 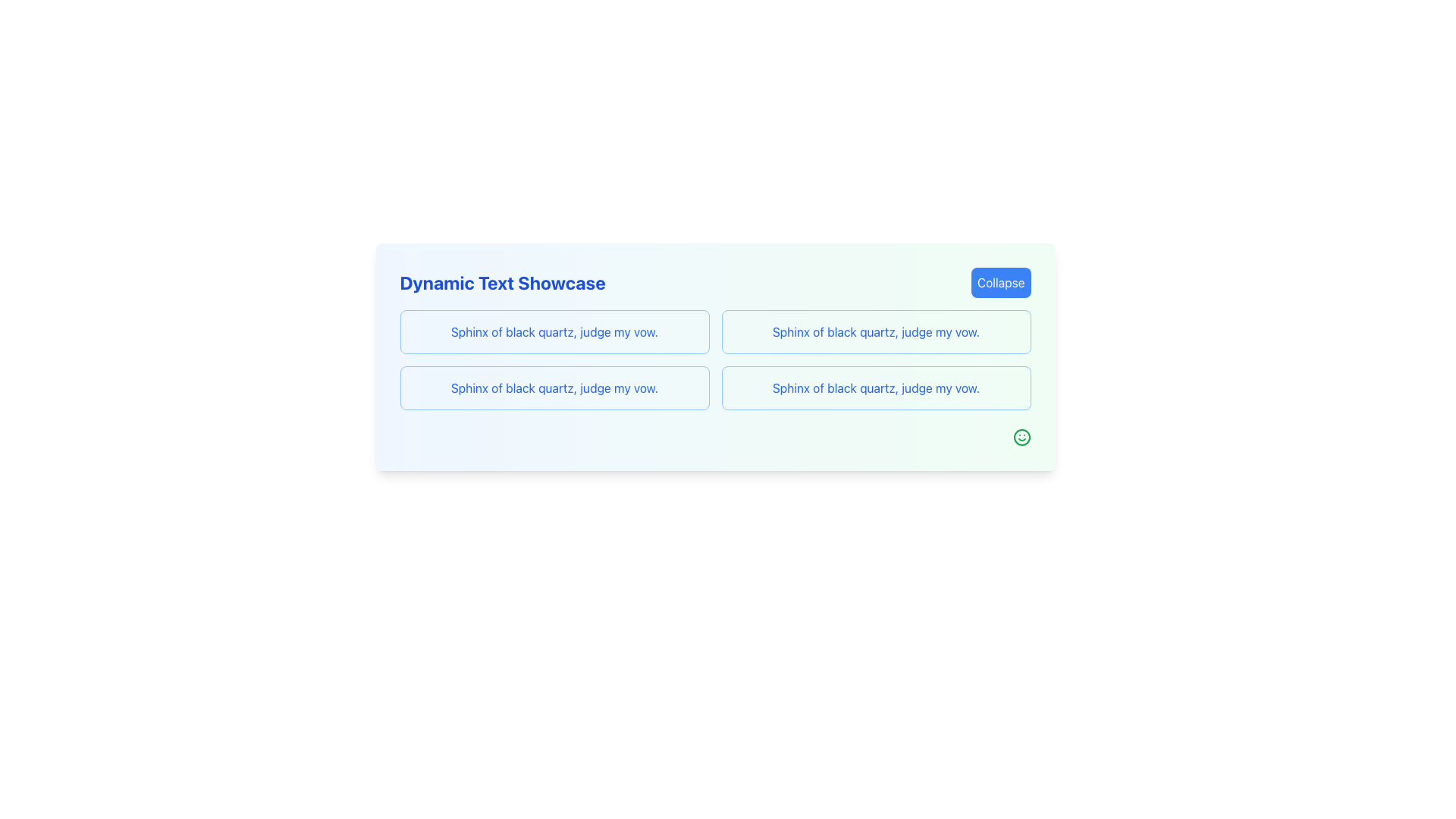 I want to click on the text element displaying 'Dynamic Text Showcase' in a bold, extra-large blue font located near the top-left section of the content area, so click(x=503, y=283).